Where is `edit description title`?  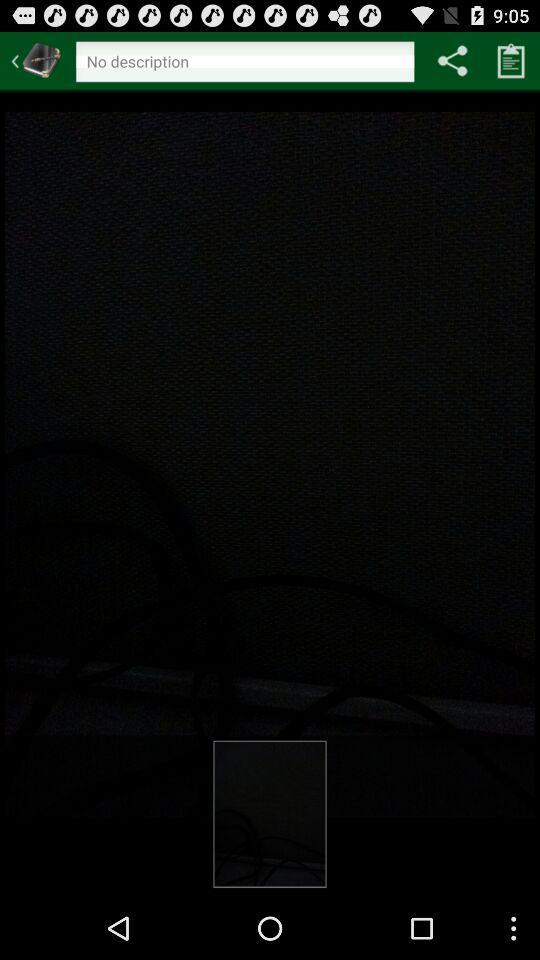
edit description title is located at coordinates (245, 64).